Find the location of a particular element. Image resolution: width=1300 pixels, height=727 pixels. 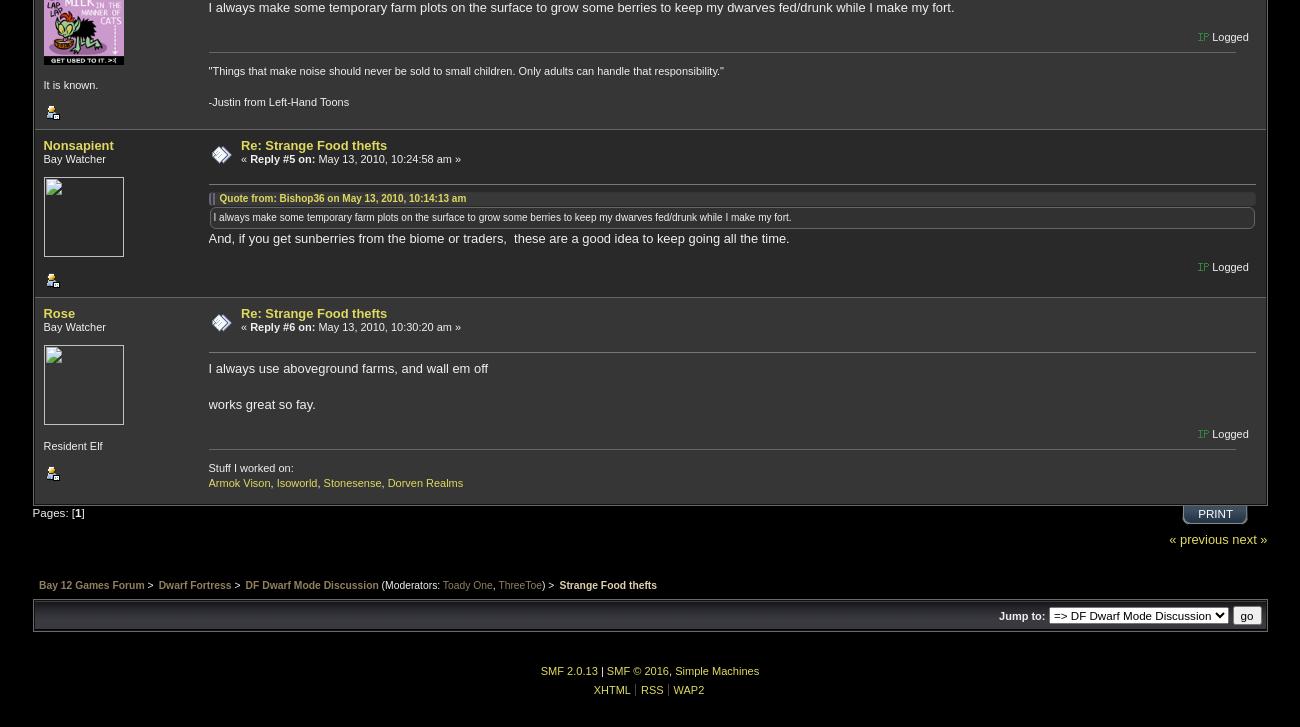

'Isoworld' is located at coordinates (296, 482).